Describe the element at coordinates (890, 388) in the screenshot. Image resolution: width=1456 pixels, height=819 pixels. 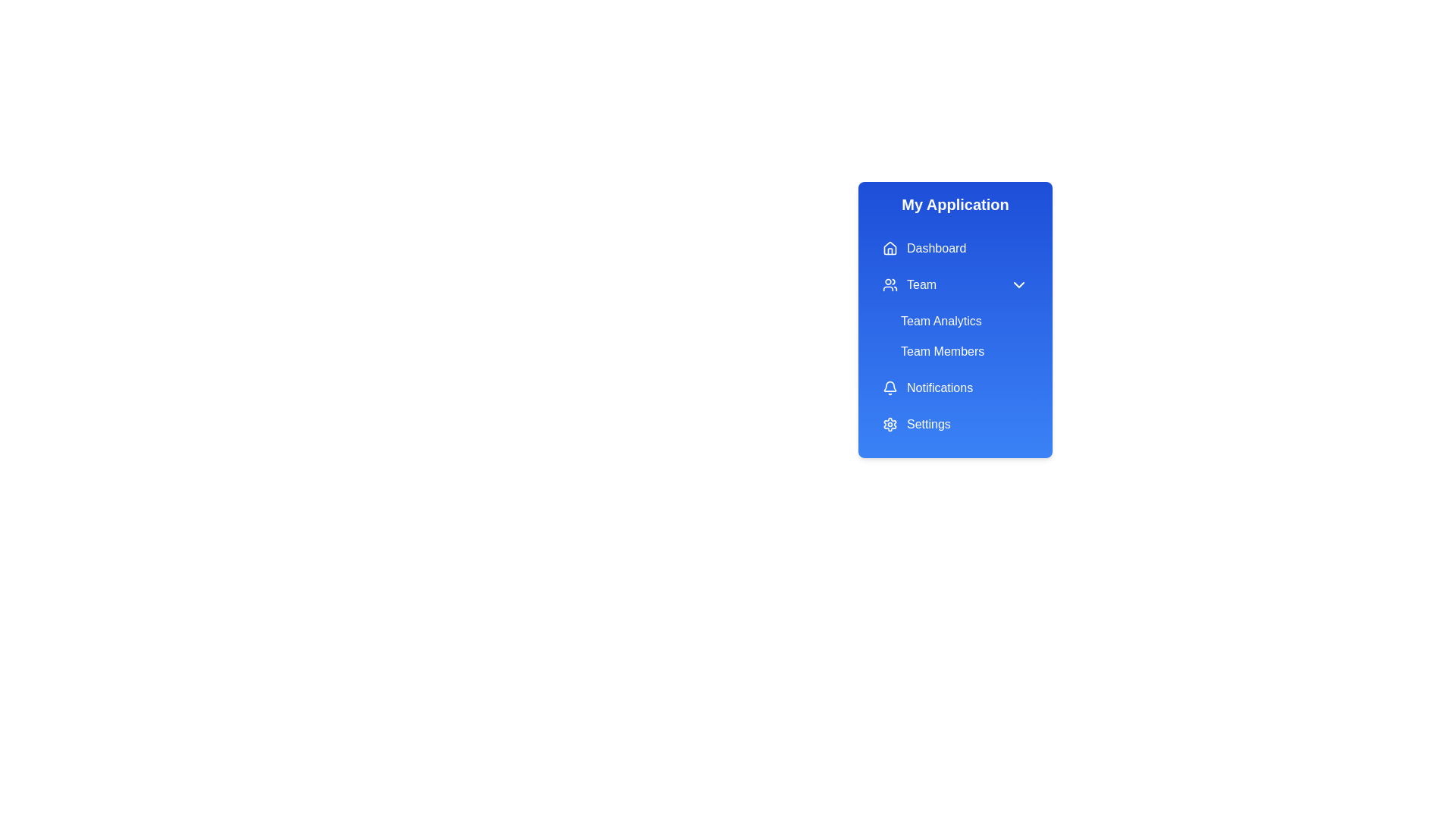
I see `the Notifications icon located in the left panel of the interface, positioned immediately to the left of the 'Notifications' text label` at that location.